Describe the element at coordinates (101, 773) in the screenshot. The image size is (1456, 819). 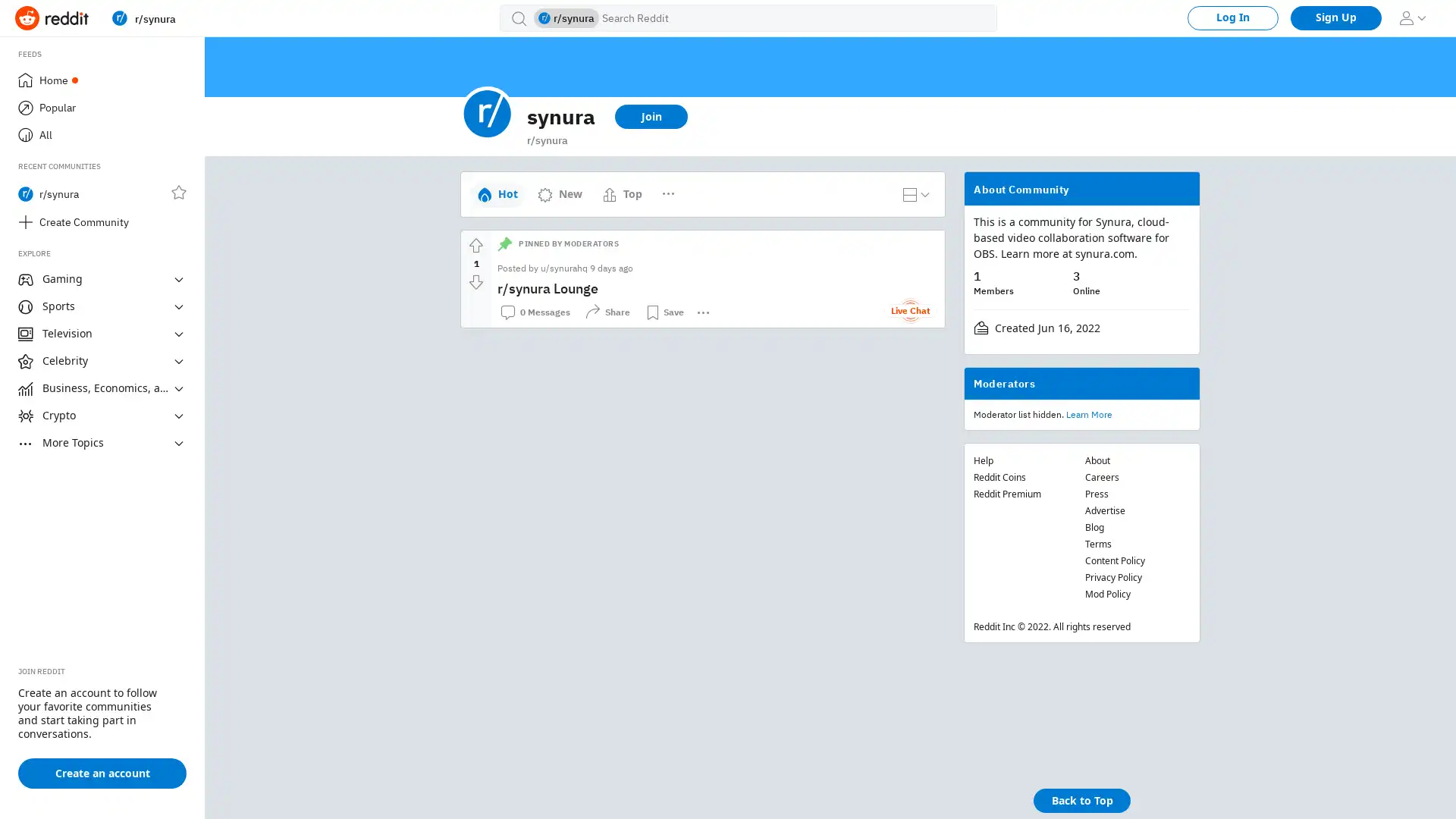
I see `Create an account` at that location.